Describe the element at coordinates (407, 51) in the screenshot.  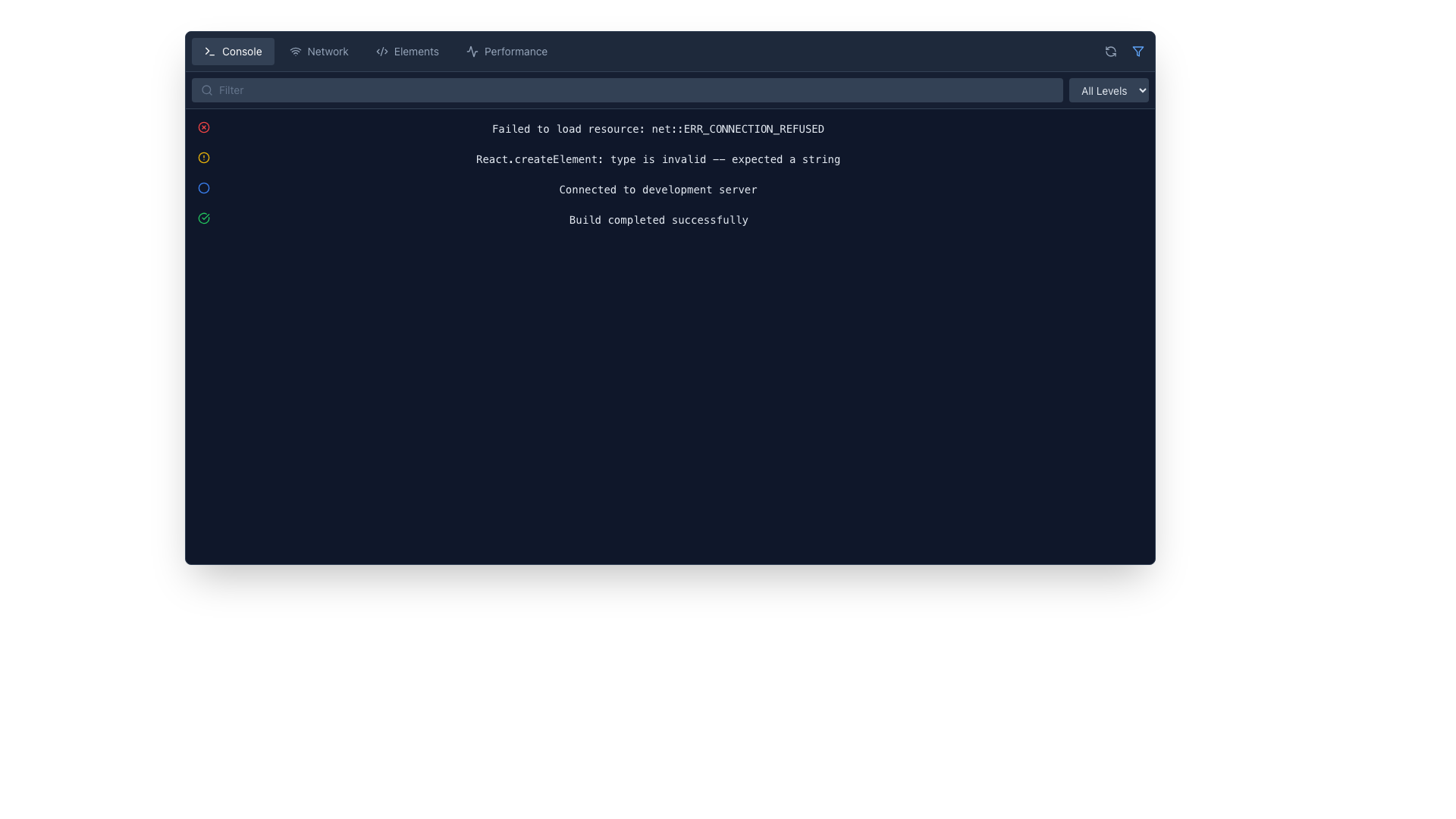
I see `the 'Elements' navigation tab button` at that location.